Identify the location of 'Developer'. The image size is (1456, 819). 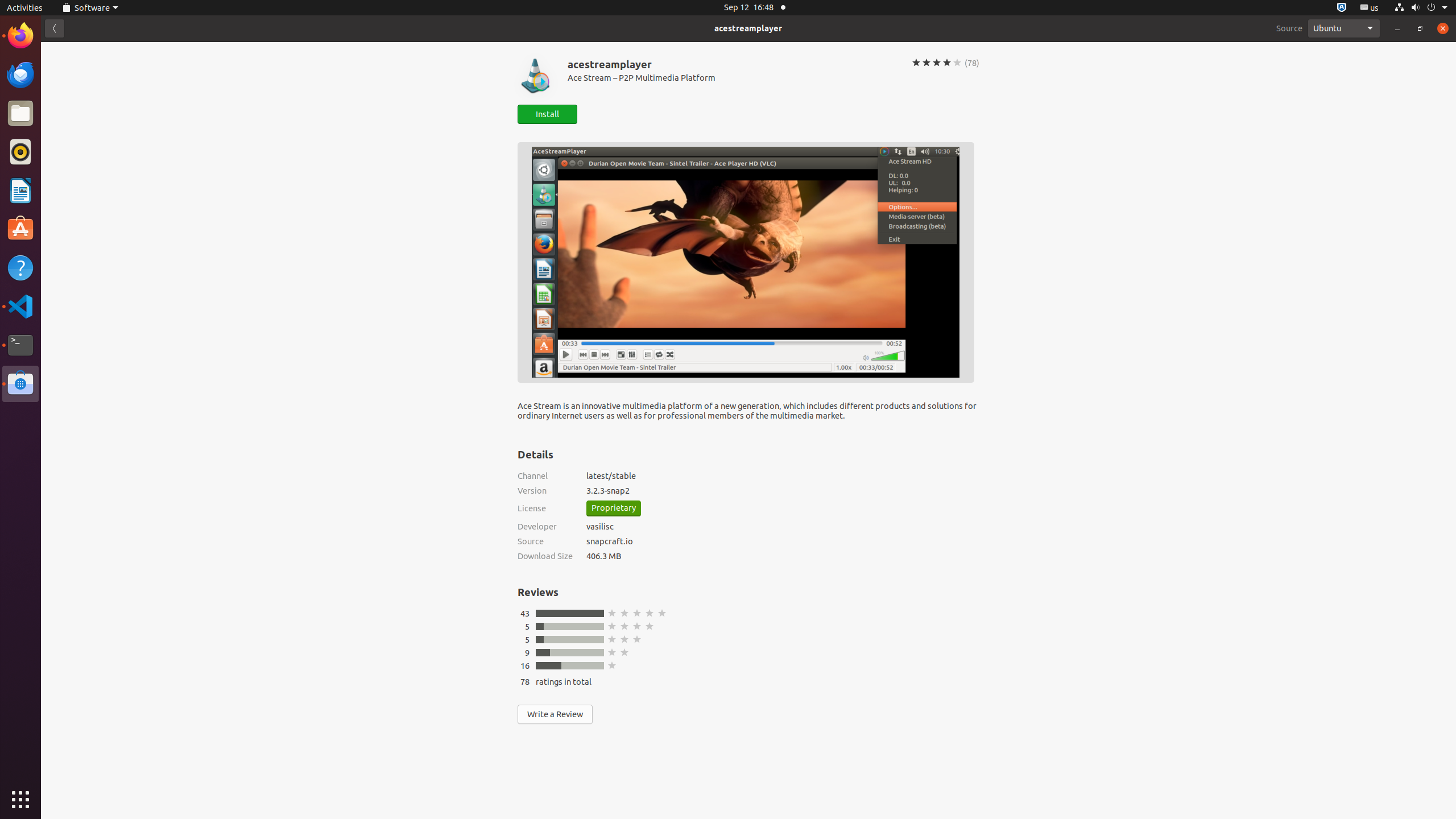
(544, 526).